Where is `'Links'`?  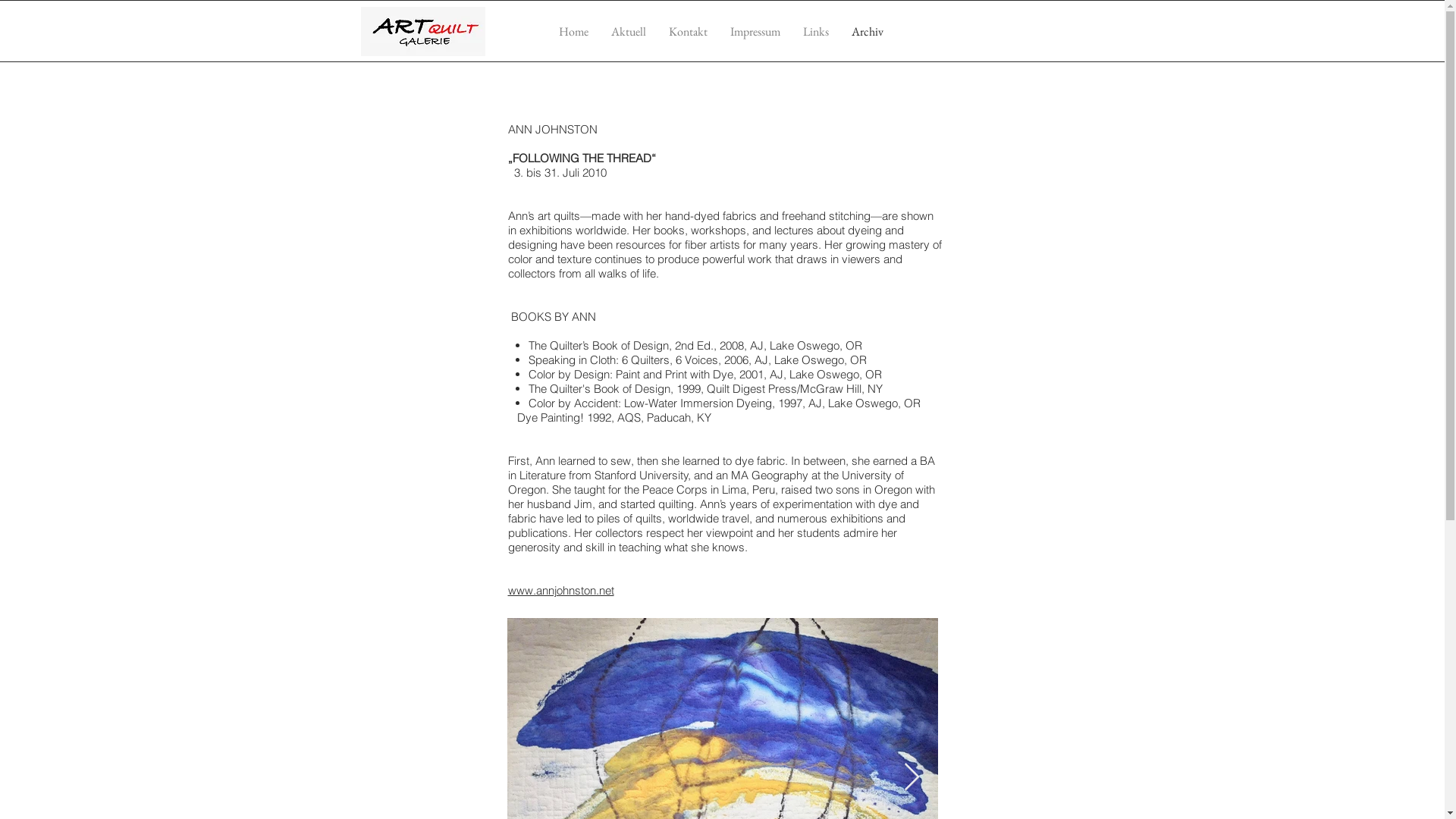
'Links' is located at coordinates (814, 31).